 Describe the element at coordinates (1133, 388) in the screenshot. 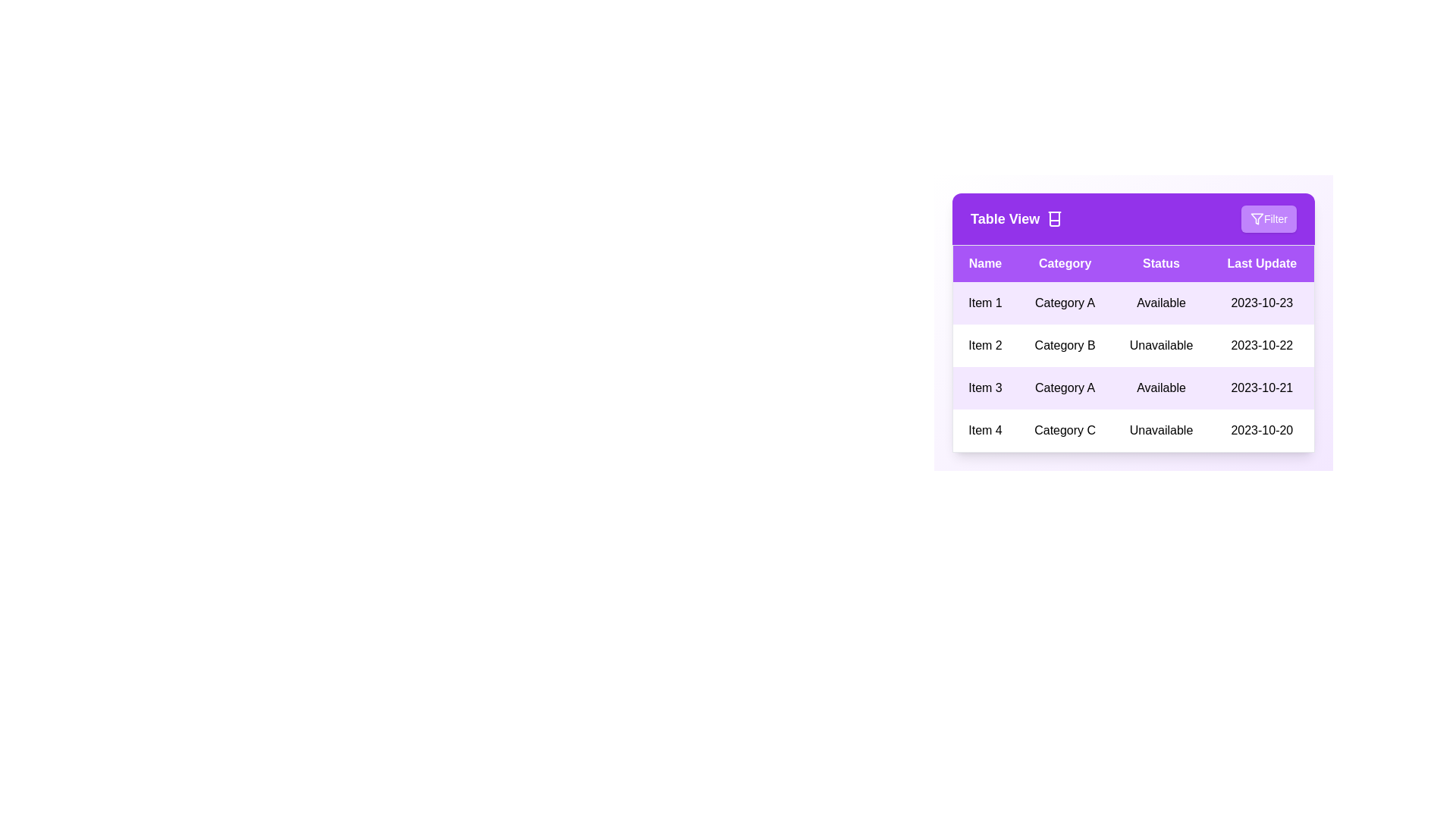

I see `the row corresponding to 3` at that location.